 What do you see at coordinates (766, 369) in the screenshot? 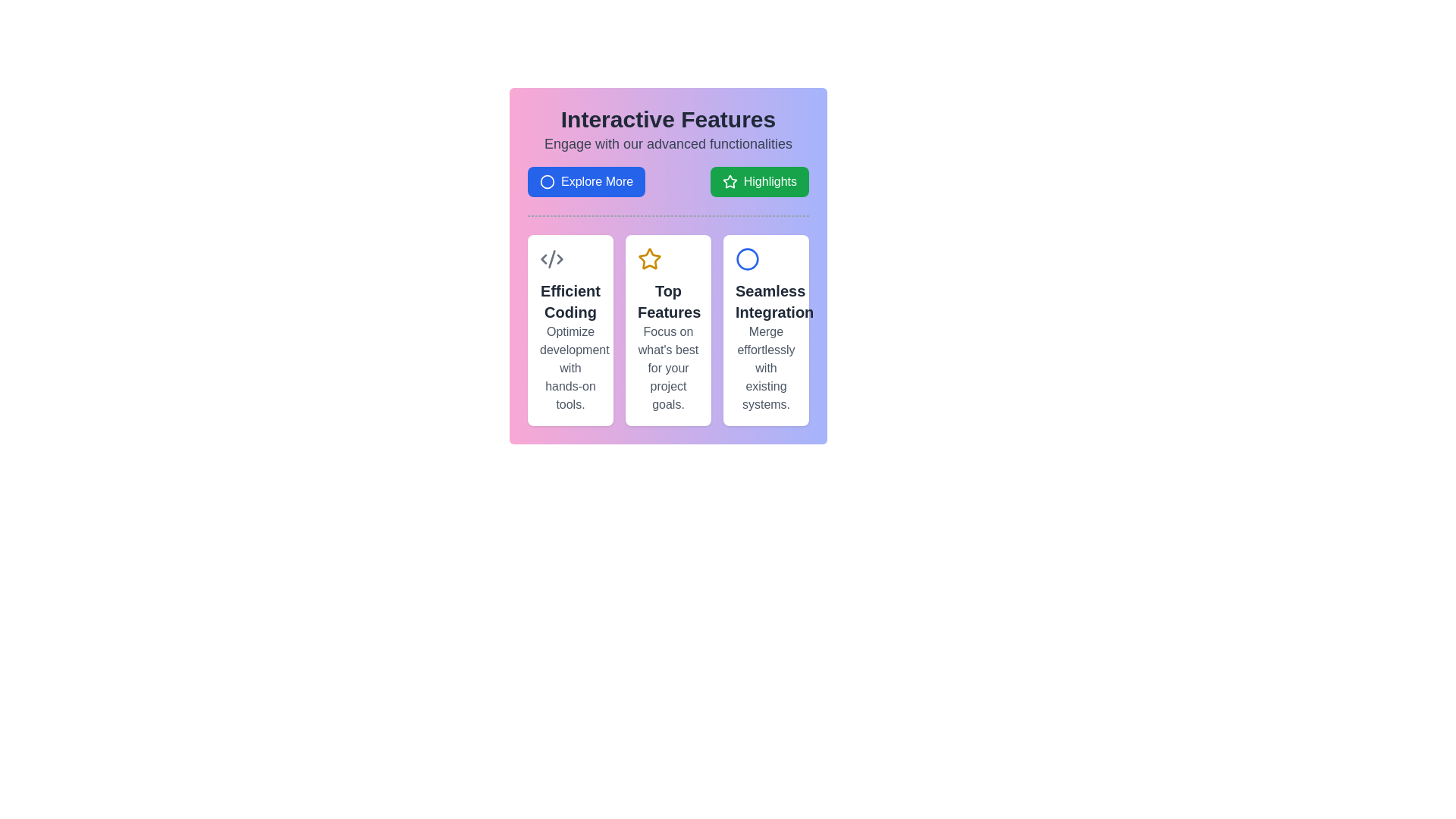
I see `the textual content element that displays the sentence 'Merge effortlessly with existing systems.' located beneath the heading 'Seamless Integration' within the rightmost card` at bounding box center [766, 369].